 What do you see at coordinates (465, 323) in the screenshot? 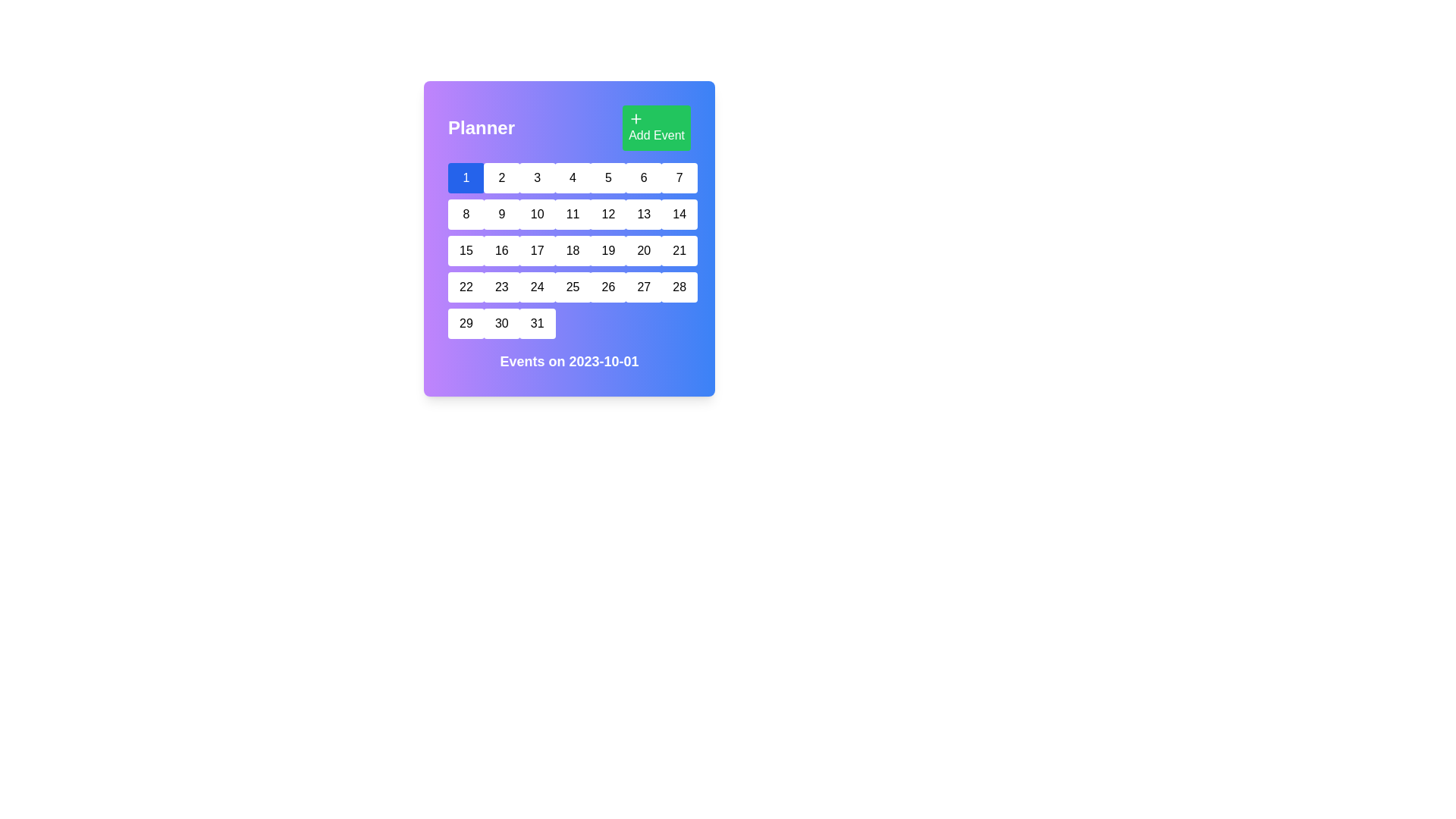
I see `the button representing a selectable day in the calendar interface located in the fifth row and first column` at bounding box center [465, 323].